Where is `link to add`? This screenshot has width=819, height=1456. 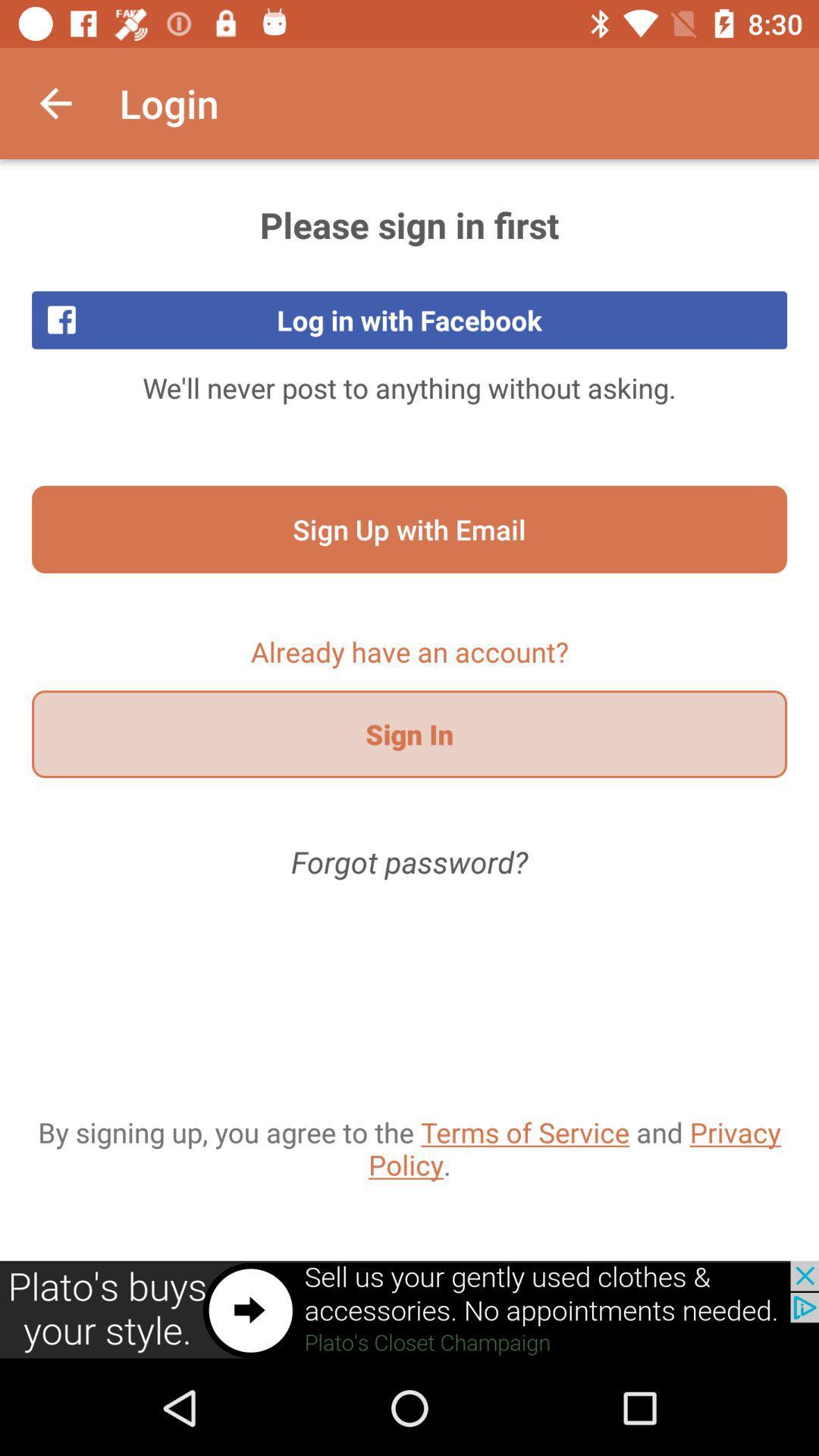 link to add is located at coordinates (409, 1310).